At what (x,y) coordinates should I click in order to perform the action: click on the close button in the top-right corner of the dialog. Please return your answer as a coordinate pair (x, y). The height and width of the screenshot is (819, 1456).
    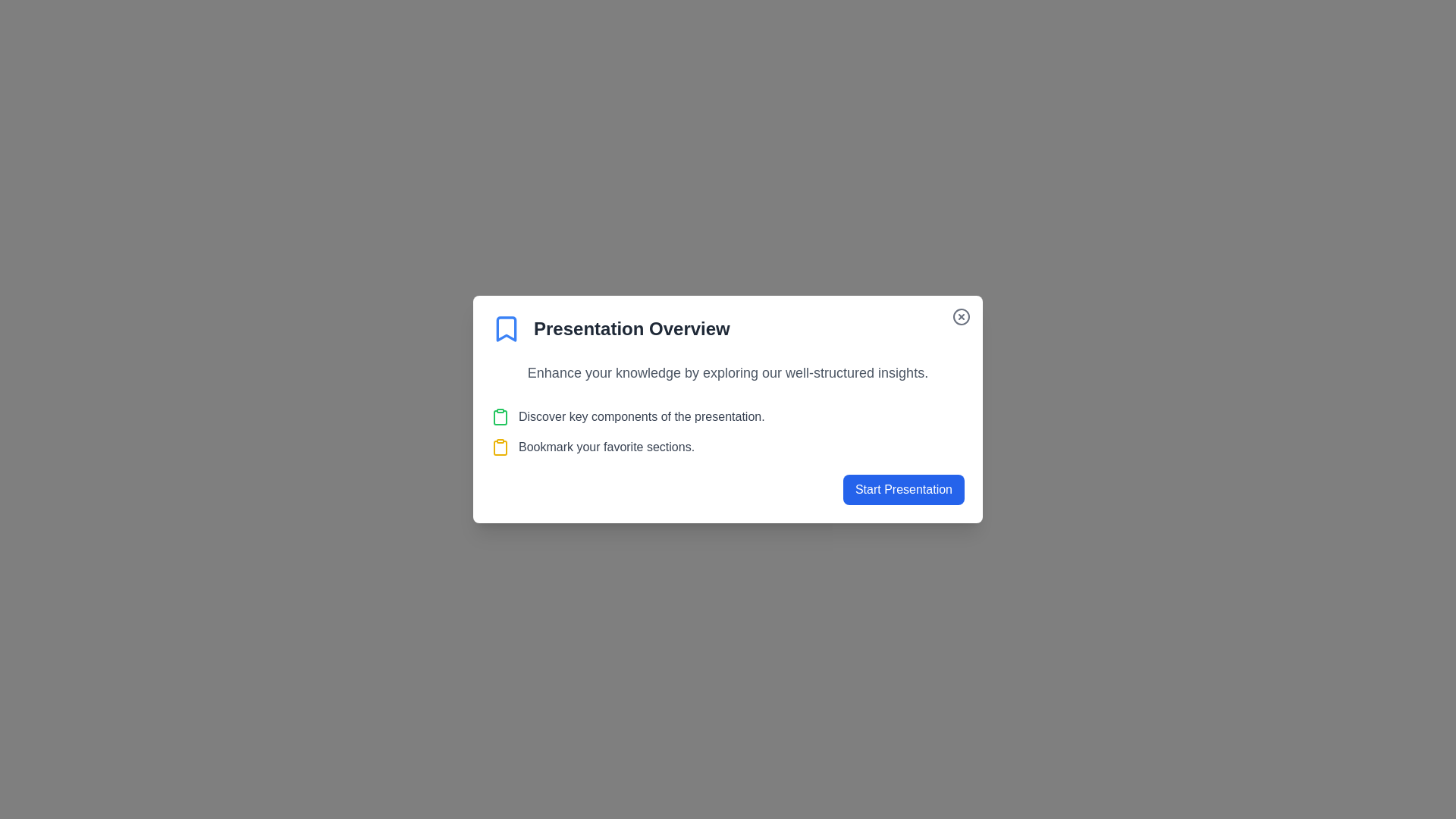
    Looking at the image, I should click on (960, 315).